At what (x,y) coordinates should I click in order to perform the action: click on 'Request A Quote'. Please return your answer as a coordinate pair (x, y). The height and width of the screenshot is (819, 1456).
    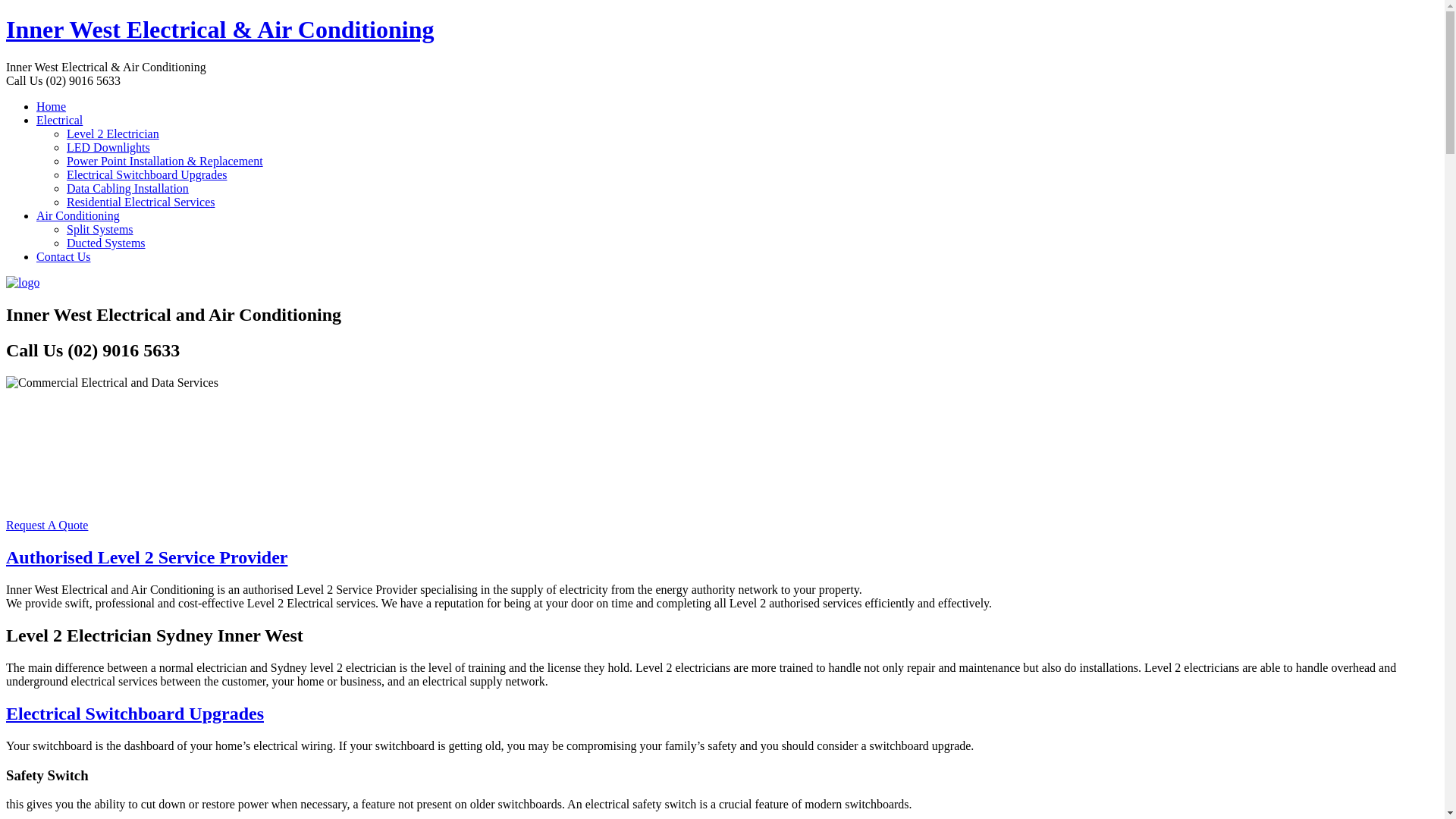
    Looking at the image, I should click on (47, 524).